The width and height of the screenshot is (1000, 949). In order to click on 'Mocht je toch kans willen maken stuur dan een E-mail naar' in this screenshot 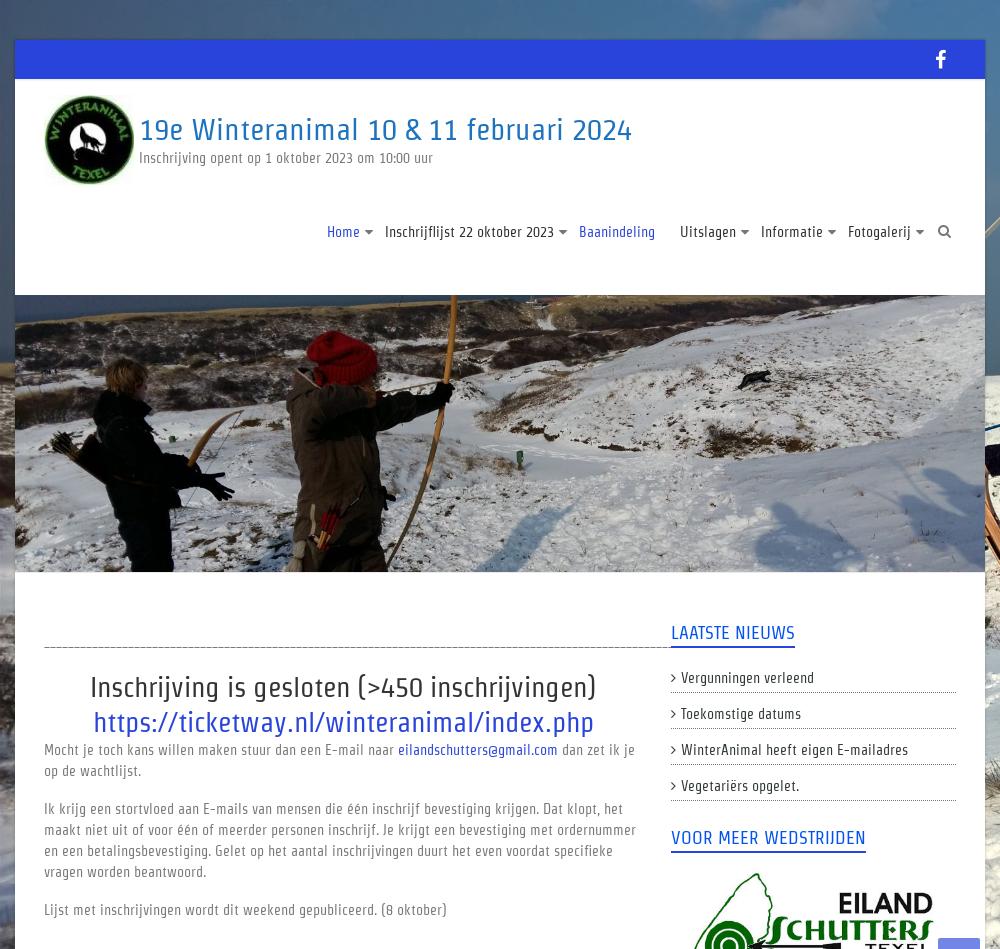, I will do `click(44, 749)`.